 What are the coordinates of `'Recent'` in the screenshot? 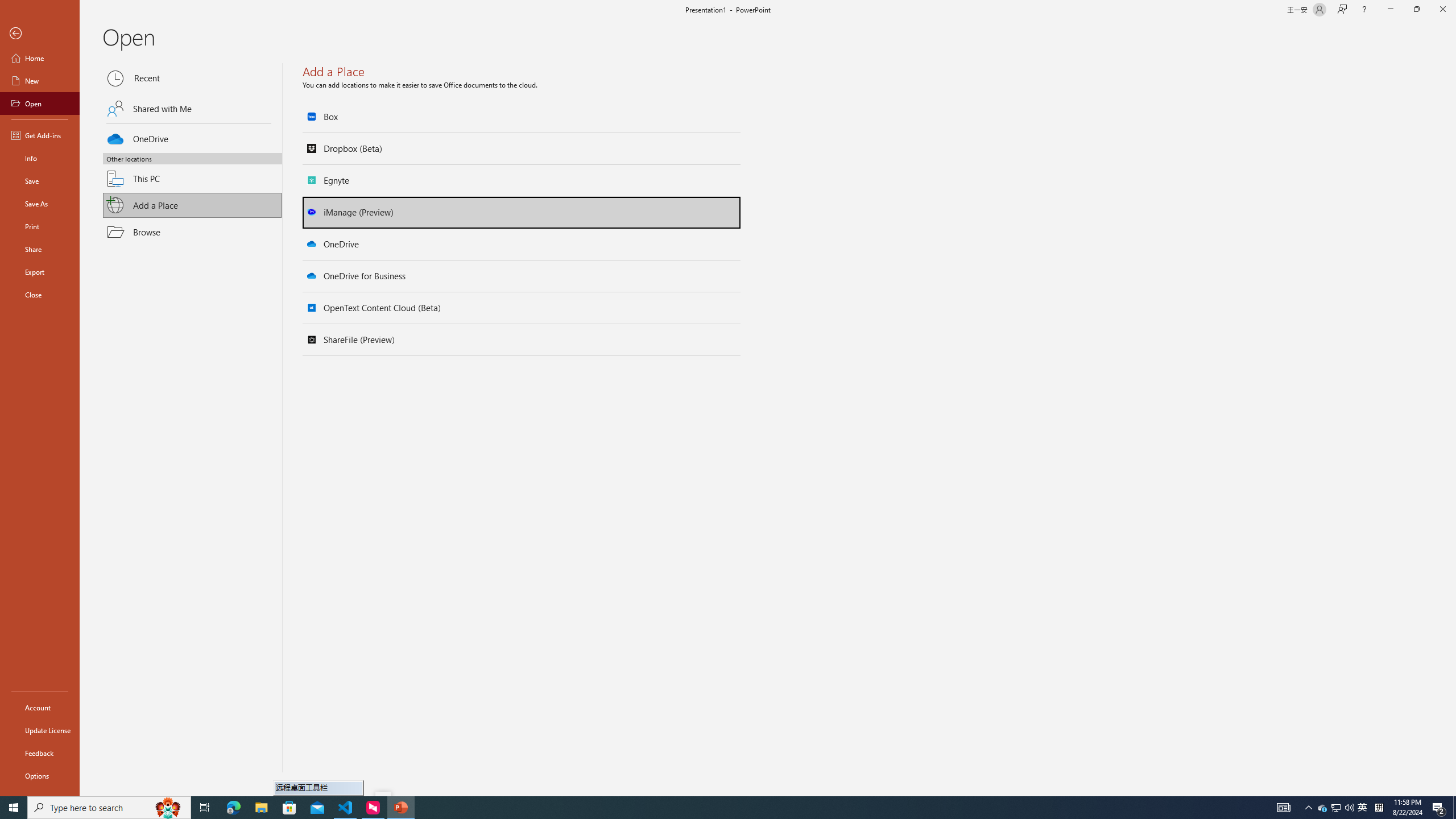 It's located at (192, 78).